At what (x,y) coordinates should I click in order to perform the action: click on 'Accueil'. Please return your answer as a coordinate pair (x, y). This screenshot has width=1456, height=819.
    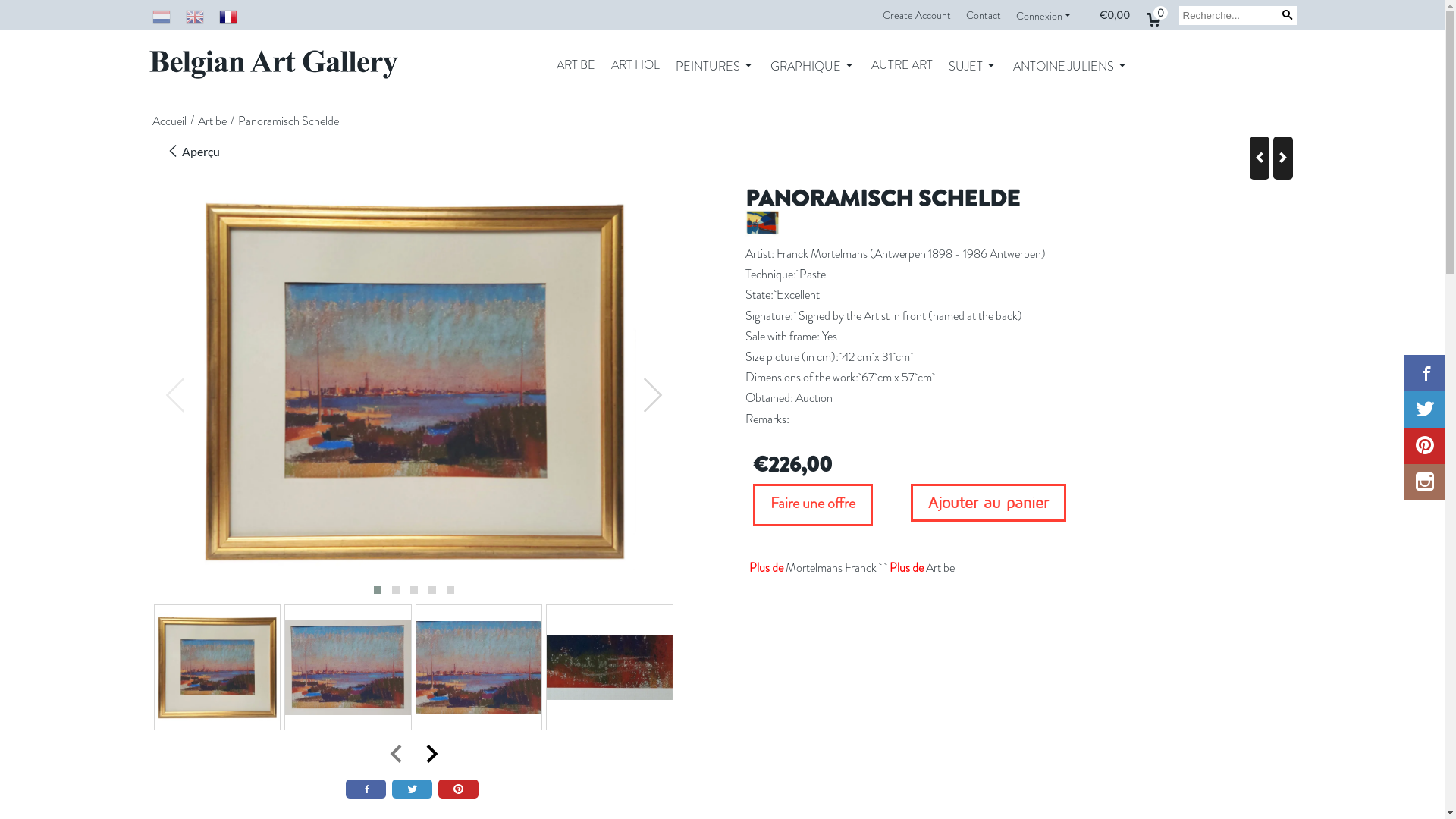
    Looking at the image, I should click on (168, 122).